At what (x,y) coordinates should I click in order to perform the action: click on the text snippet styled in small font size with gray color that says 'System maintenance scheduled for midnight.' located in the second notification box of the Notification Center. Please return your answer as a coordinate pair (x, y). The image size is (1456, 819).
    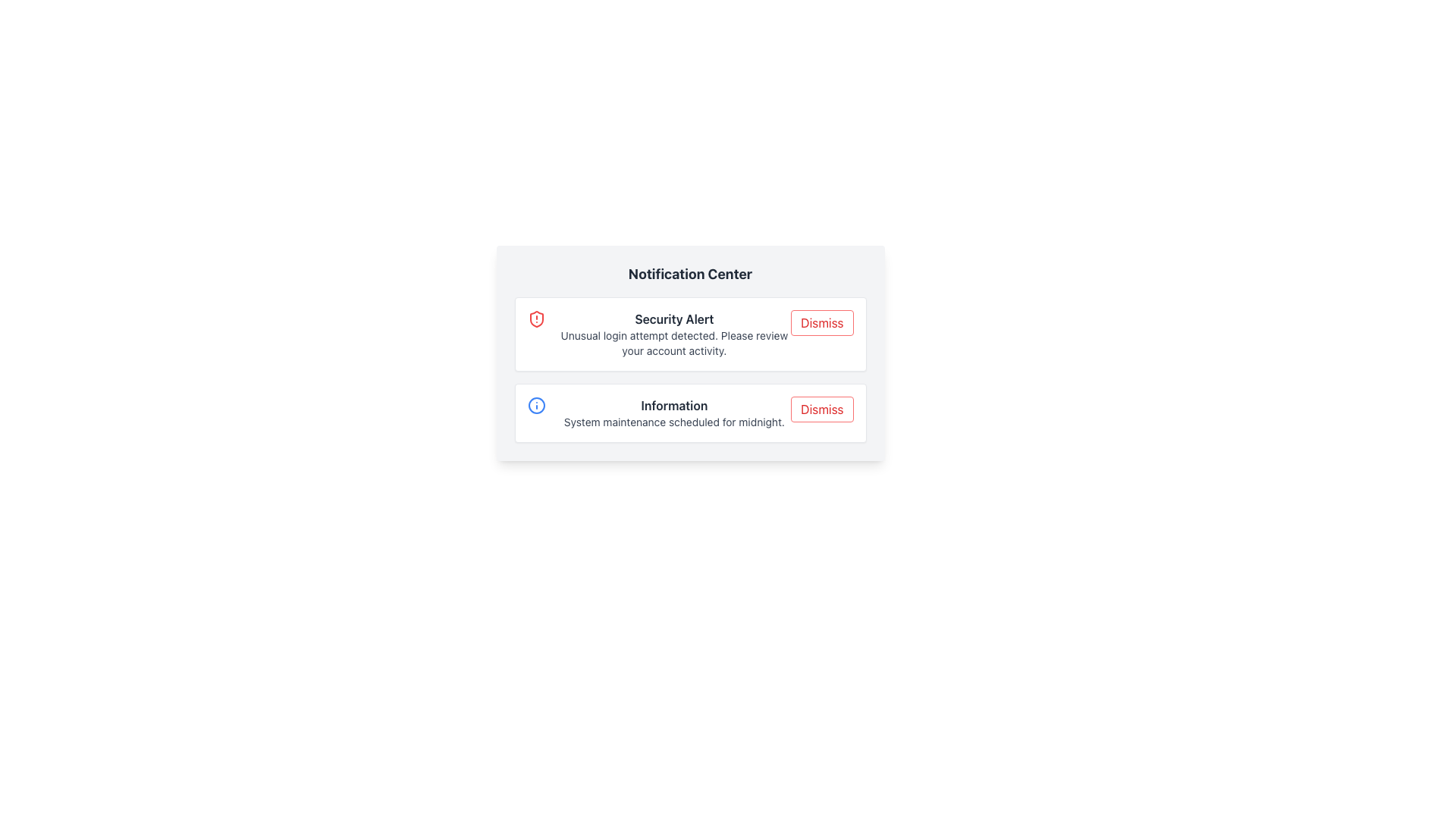
    Looking at the image, I should click on (673, 422).